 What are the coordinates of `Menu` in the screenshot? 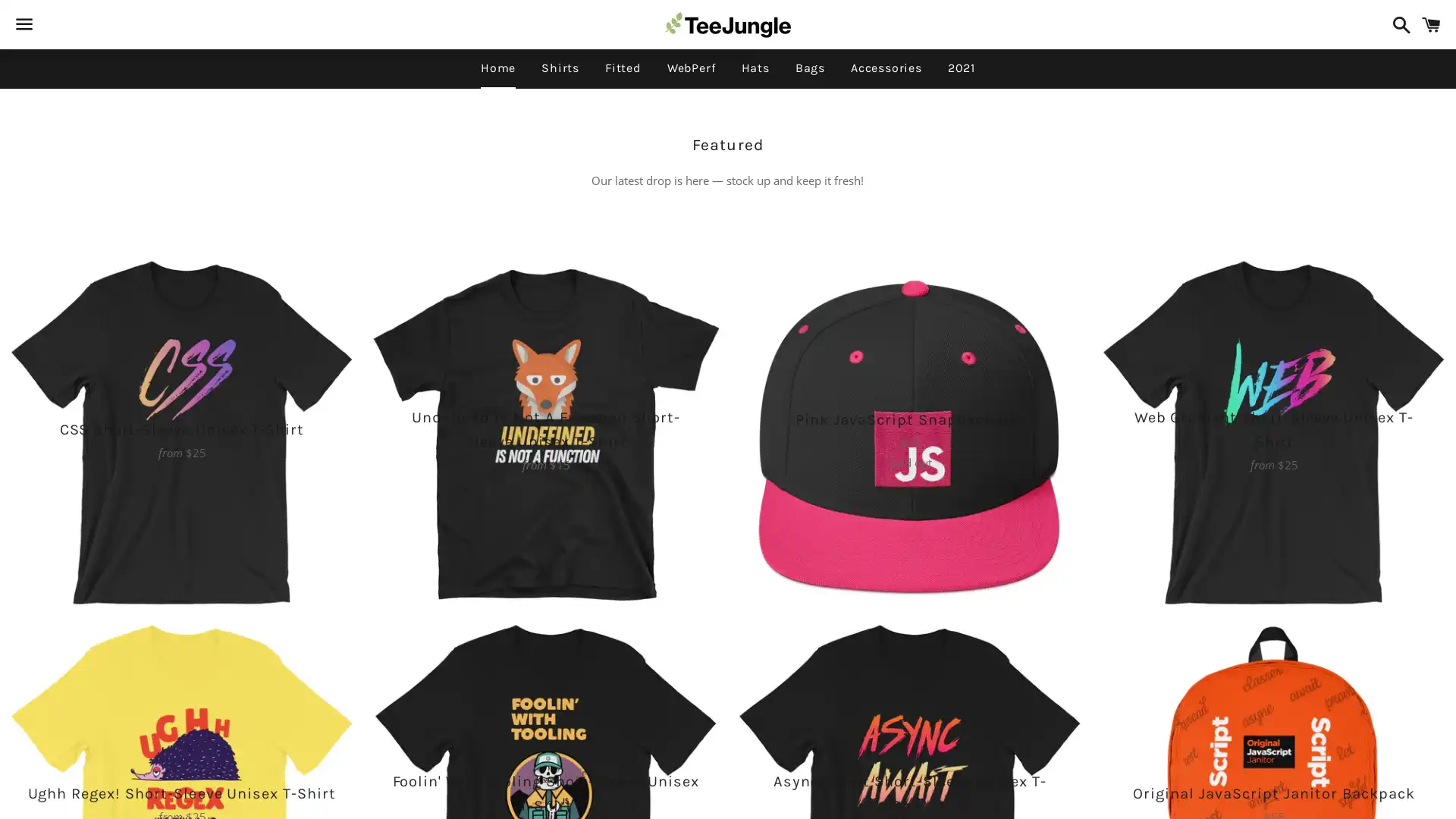 It's located at (24, 24).